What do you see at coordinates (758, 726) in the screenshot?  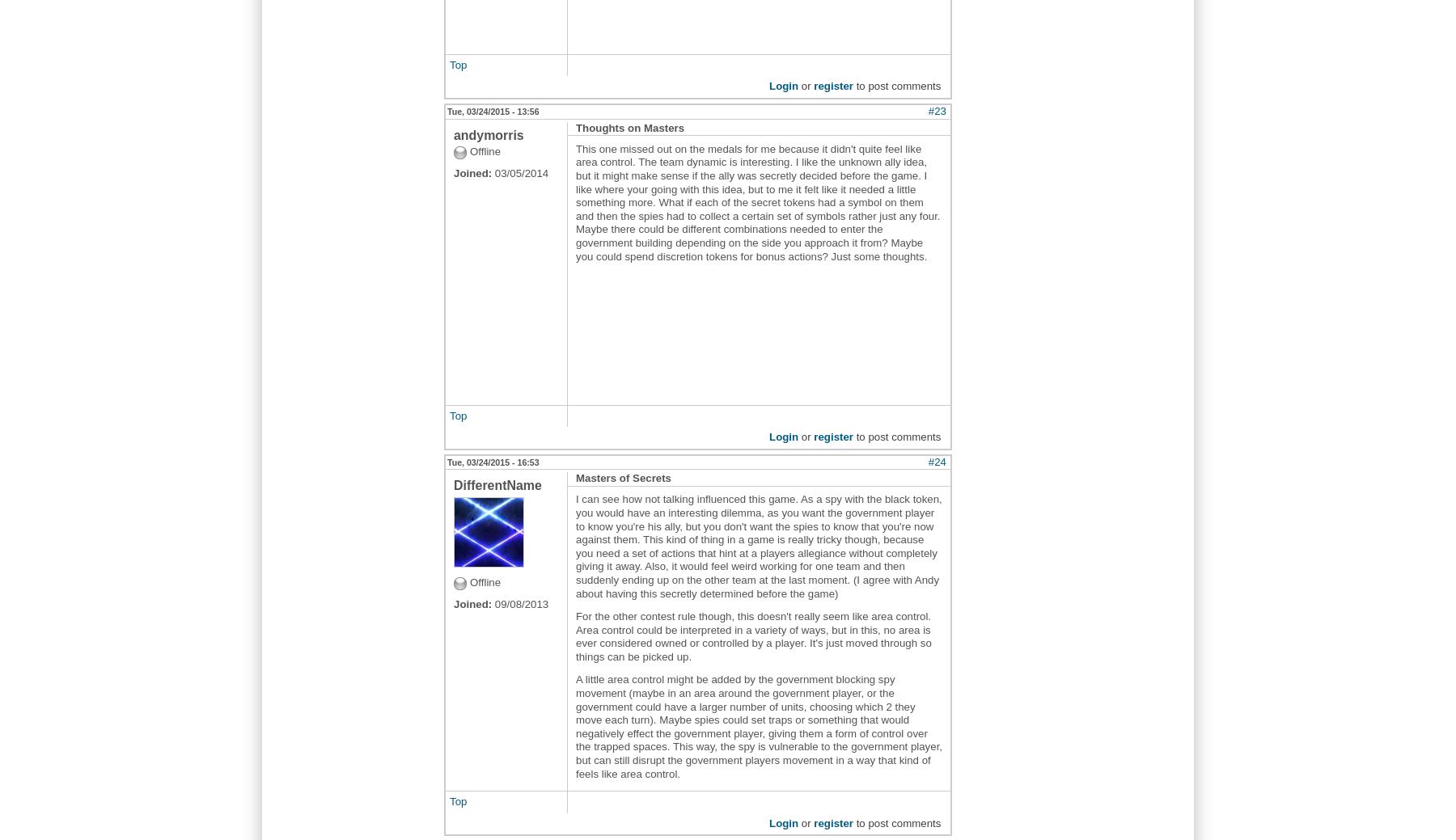 I see `'A little area control might be added by the government blocking spy movement (maybe in an area around the government player, or the government could have a larger number of units, choosing which 2 they move each turn).  Maybe spies could set traps or something that would negatively effect the government player, giving them a form of control over the trapped spaces. This way, the spy is vulnerable to the government player, but can still disrupt the government players movement in a way that kind of feels like area control.'` at bounding box center [758, 726].